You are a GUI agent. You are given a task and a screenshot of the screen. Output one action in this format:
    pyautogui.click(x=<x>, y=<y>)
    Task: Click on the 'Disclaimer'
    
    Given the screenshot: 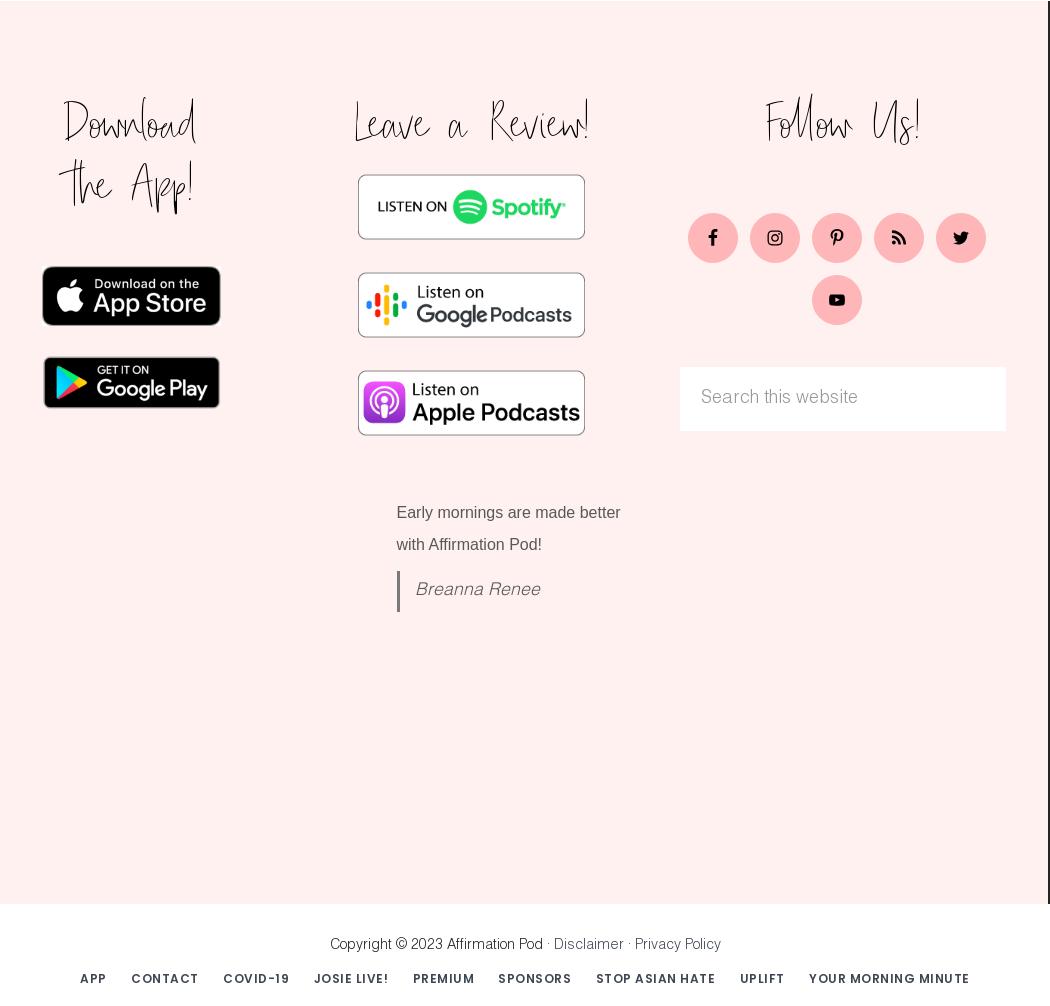 What is the action you would take?
    pyautogui.click(x=553, y=944)
    